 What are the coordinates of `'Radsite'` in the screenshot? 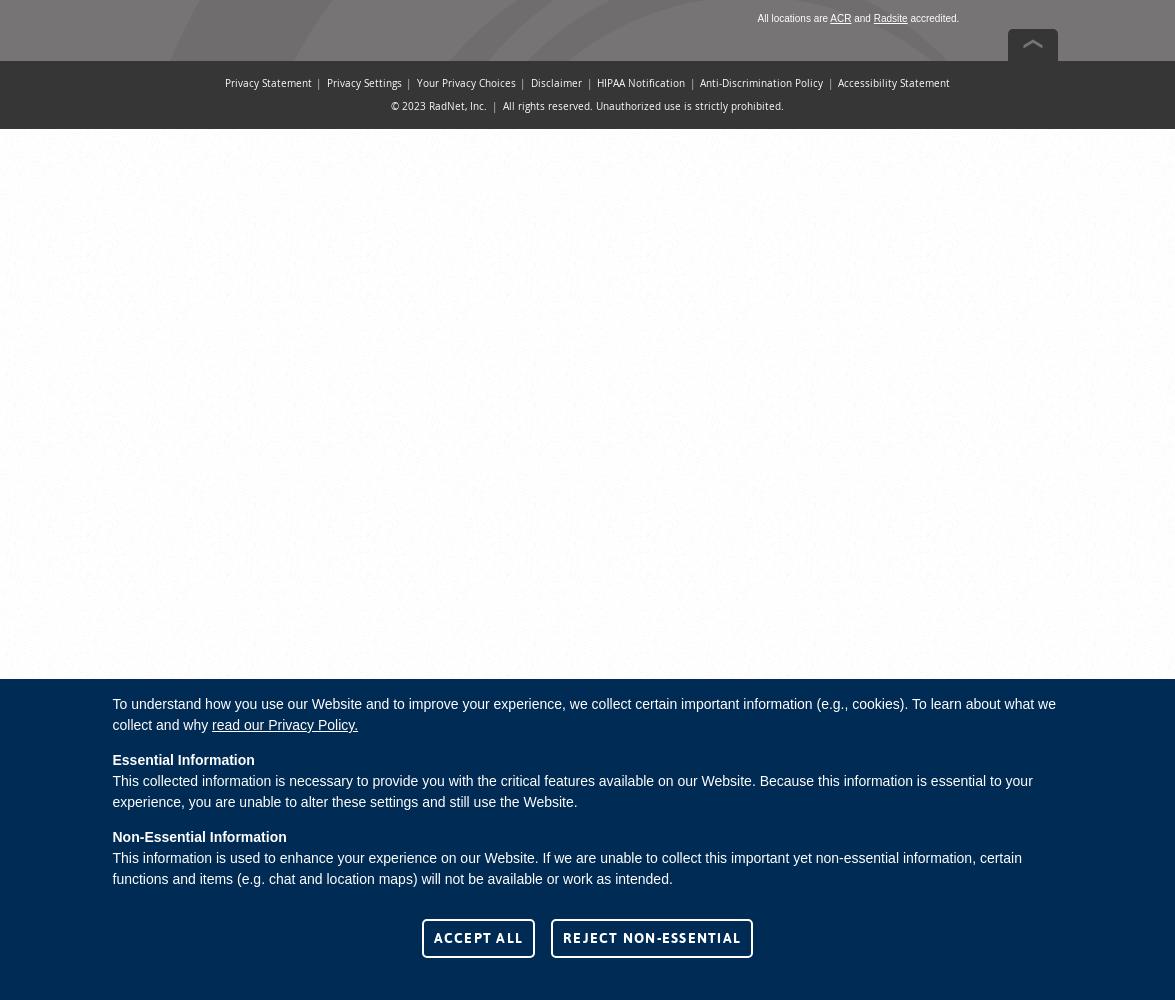 It's located at (872, 18).